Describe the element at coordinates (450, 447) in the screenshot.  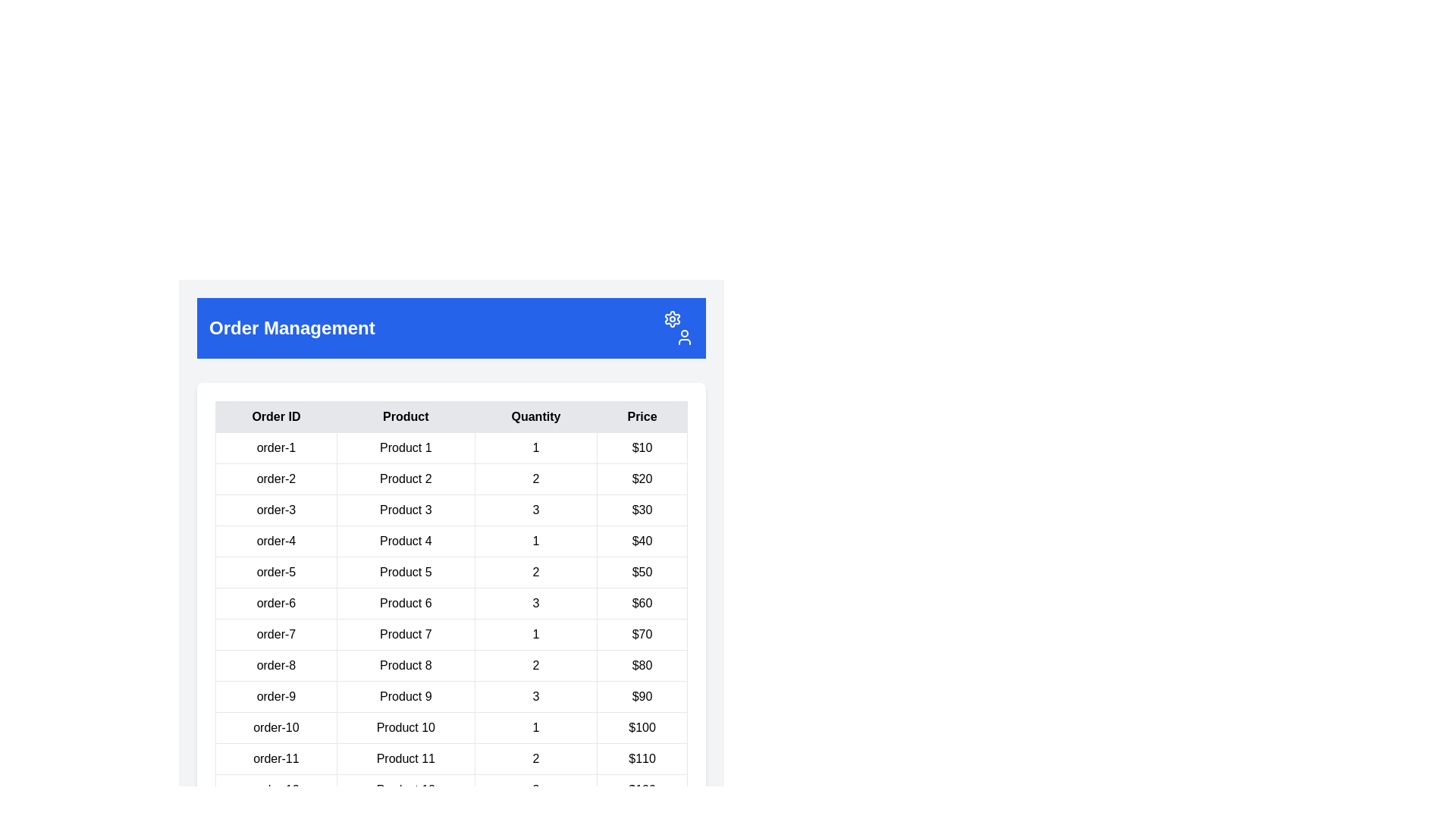
I see `the first data row in the table` at that location.